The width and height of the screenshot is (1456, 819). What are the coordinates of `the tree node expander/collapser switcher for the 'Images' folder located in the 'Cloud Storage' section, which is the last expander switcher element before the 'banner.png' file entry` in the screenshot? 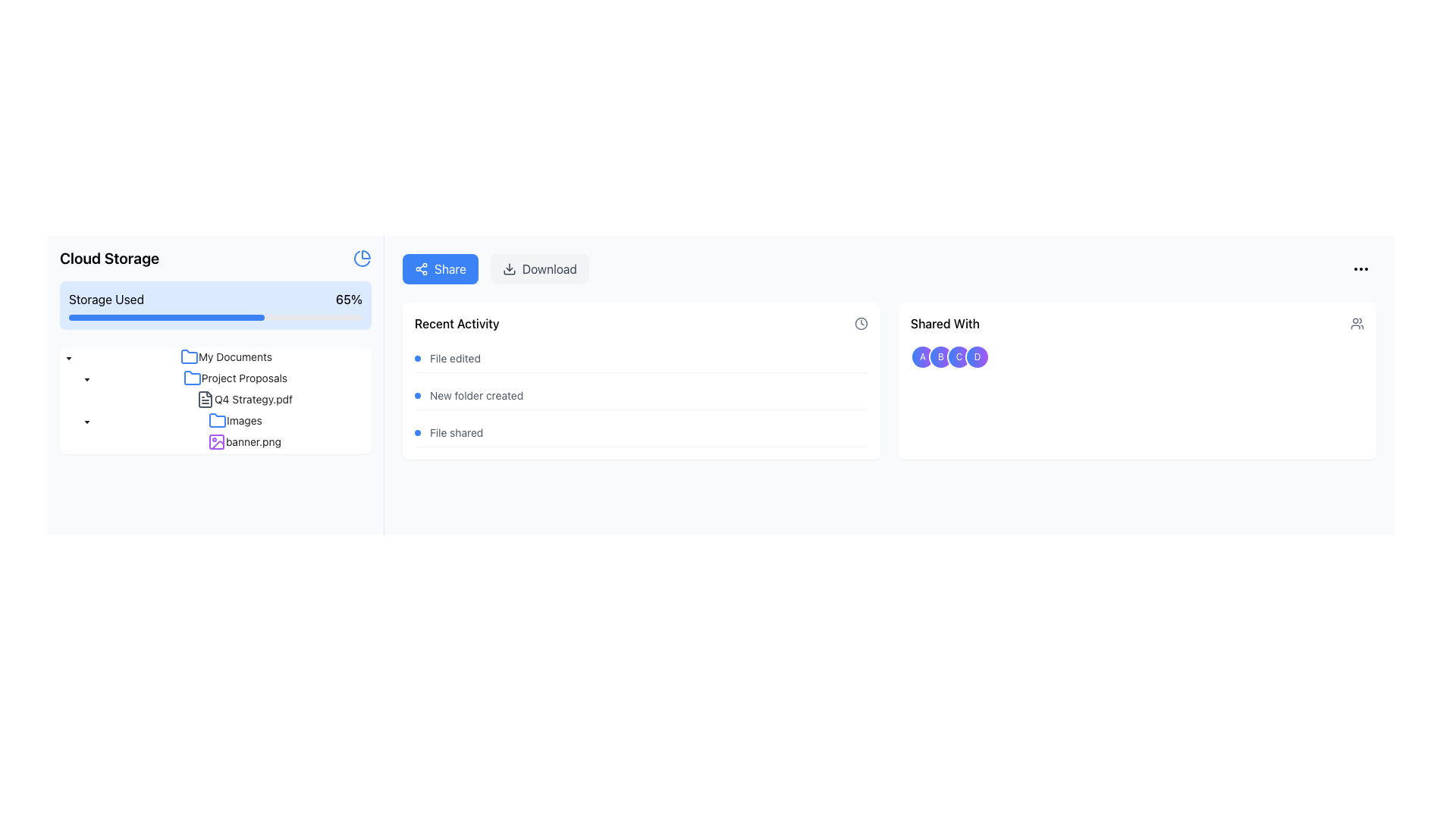 It's located at (105, 441).